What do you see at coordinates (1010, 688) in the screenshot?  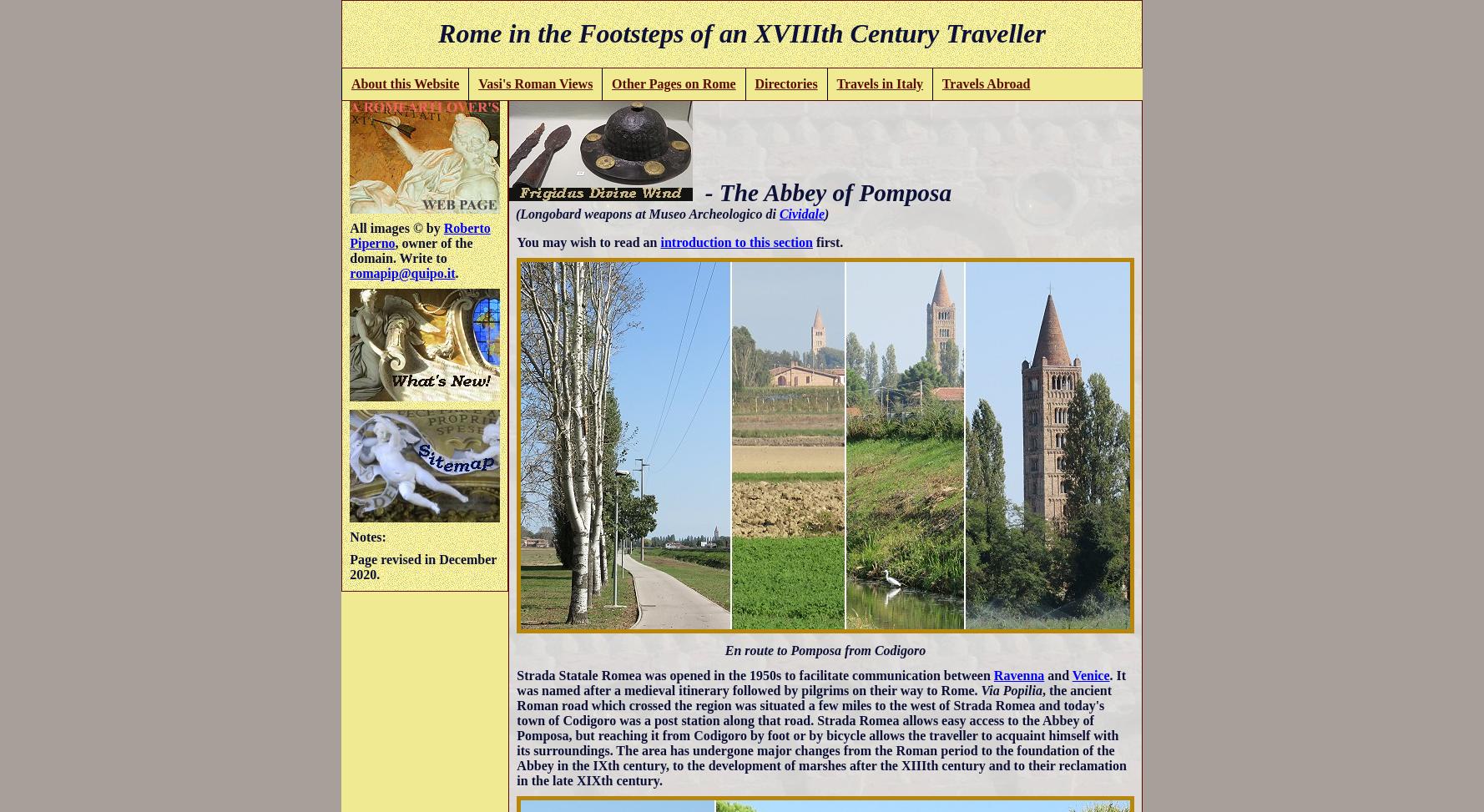 I see `'Via Popilia'` at bounding box center [1010, 688].